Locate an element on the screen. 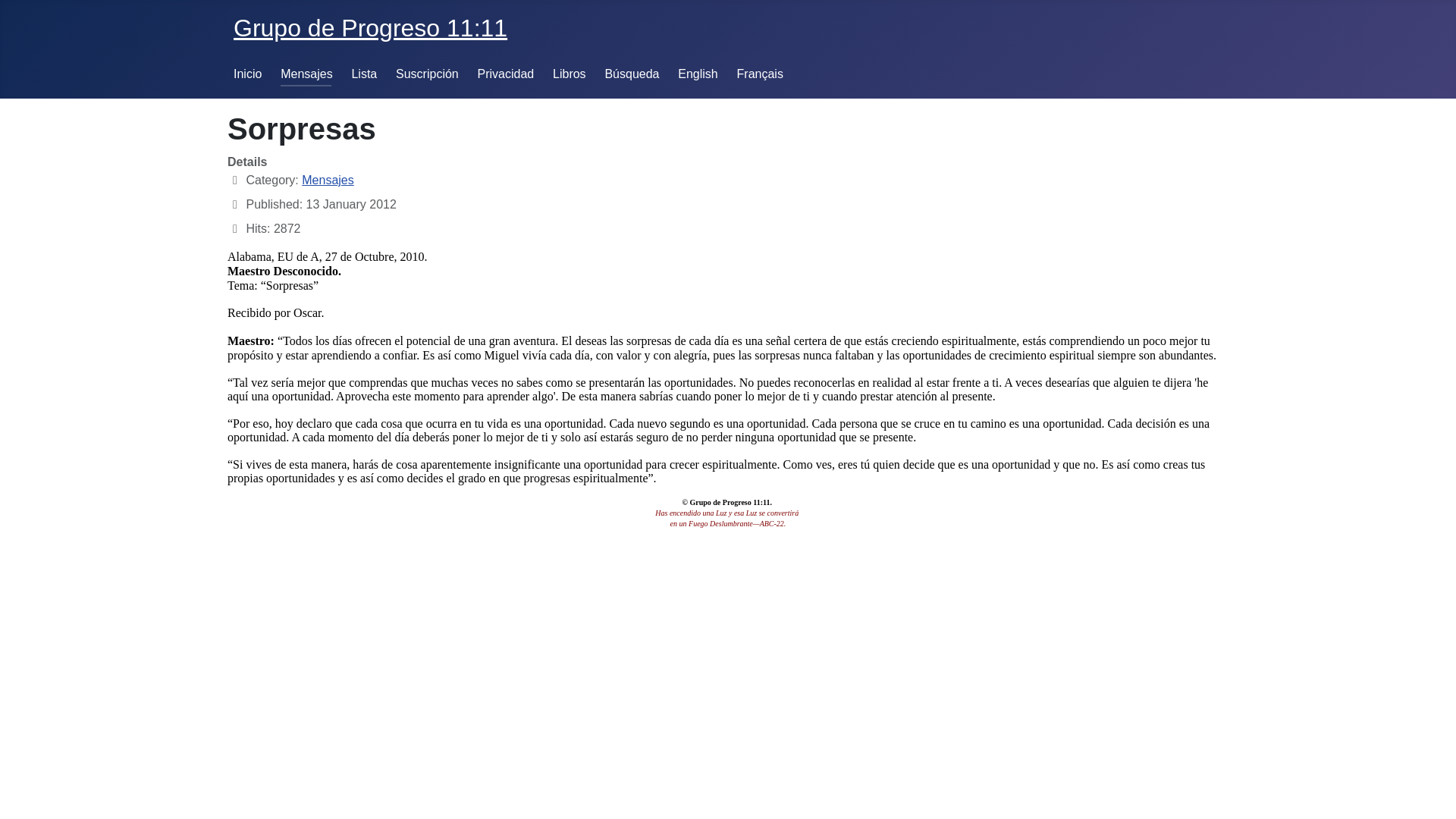  'Privacidad' is located at coordinates (506, 74).